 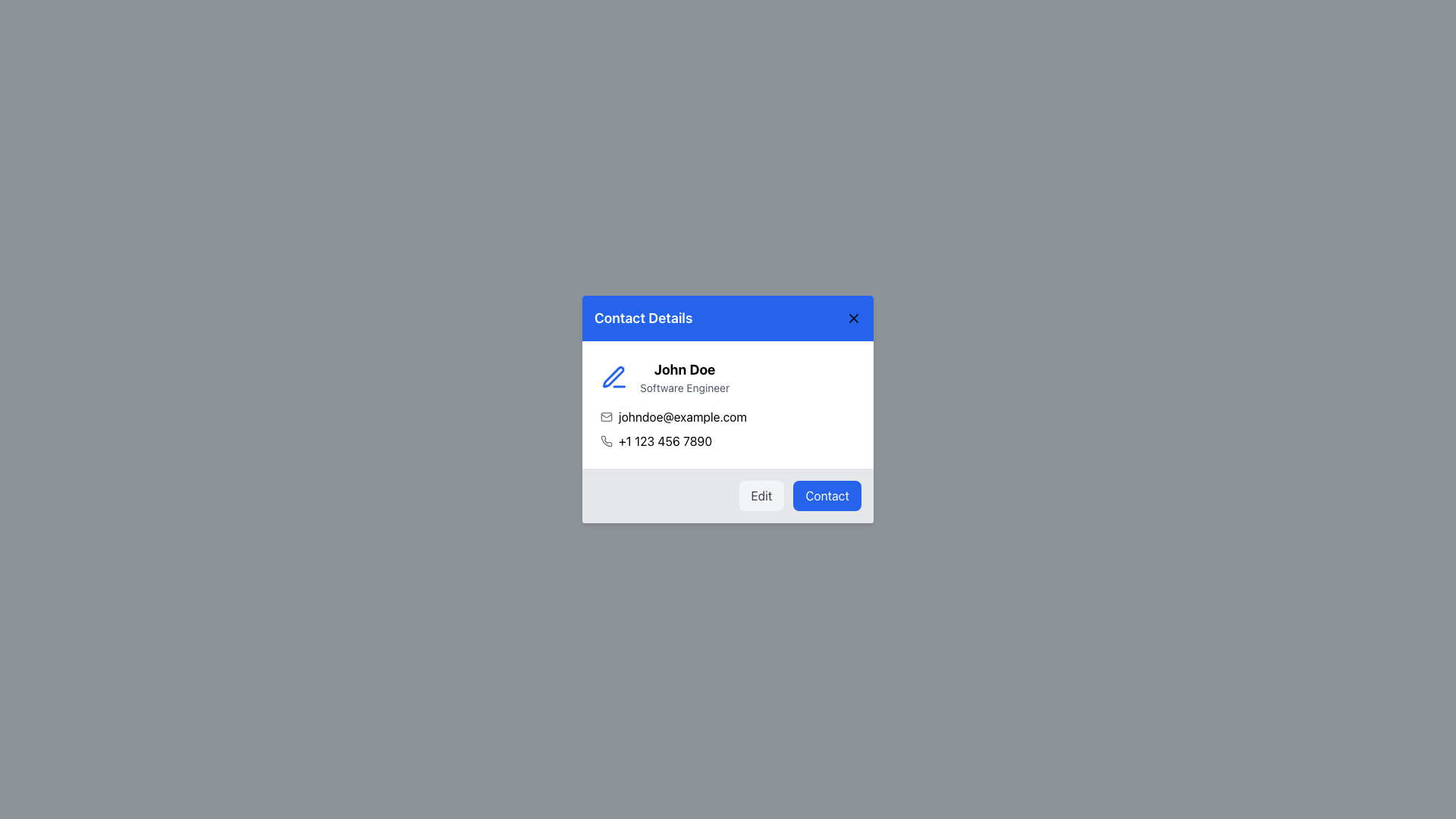 I want to click on the phone number text label '+1 123 456 7890' located in the contact information card, which is directly, so click(x=665, y=441).